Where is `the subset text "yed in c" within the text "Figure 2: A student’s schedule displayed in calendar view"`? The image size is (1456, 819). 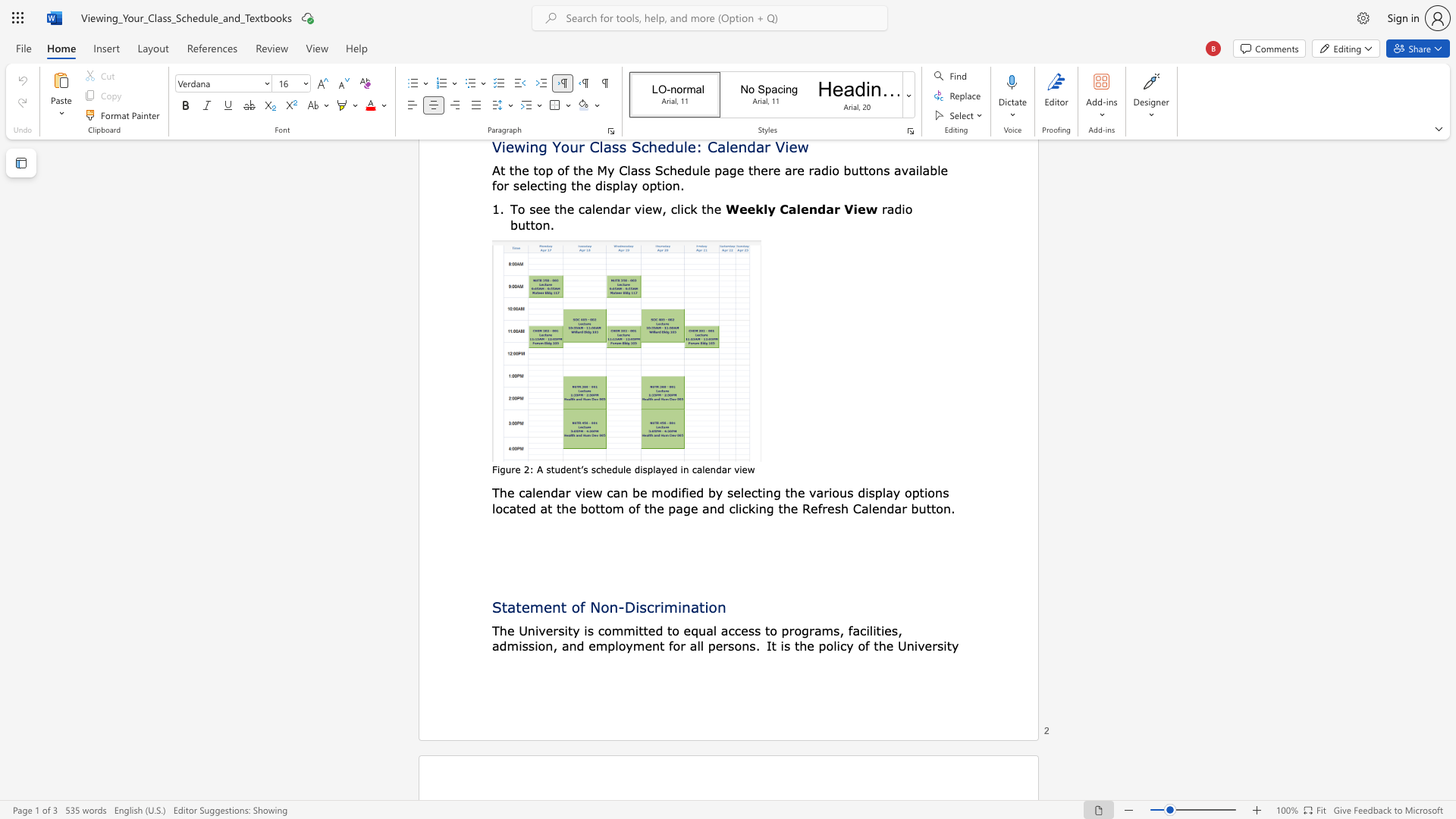
the subset text "yed in c" within the text "Figure 2: A student’s schedule displayed in calendar view" is located at coordinates (661, 469).